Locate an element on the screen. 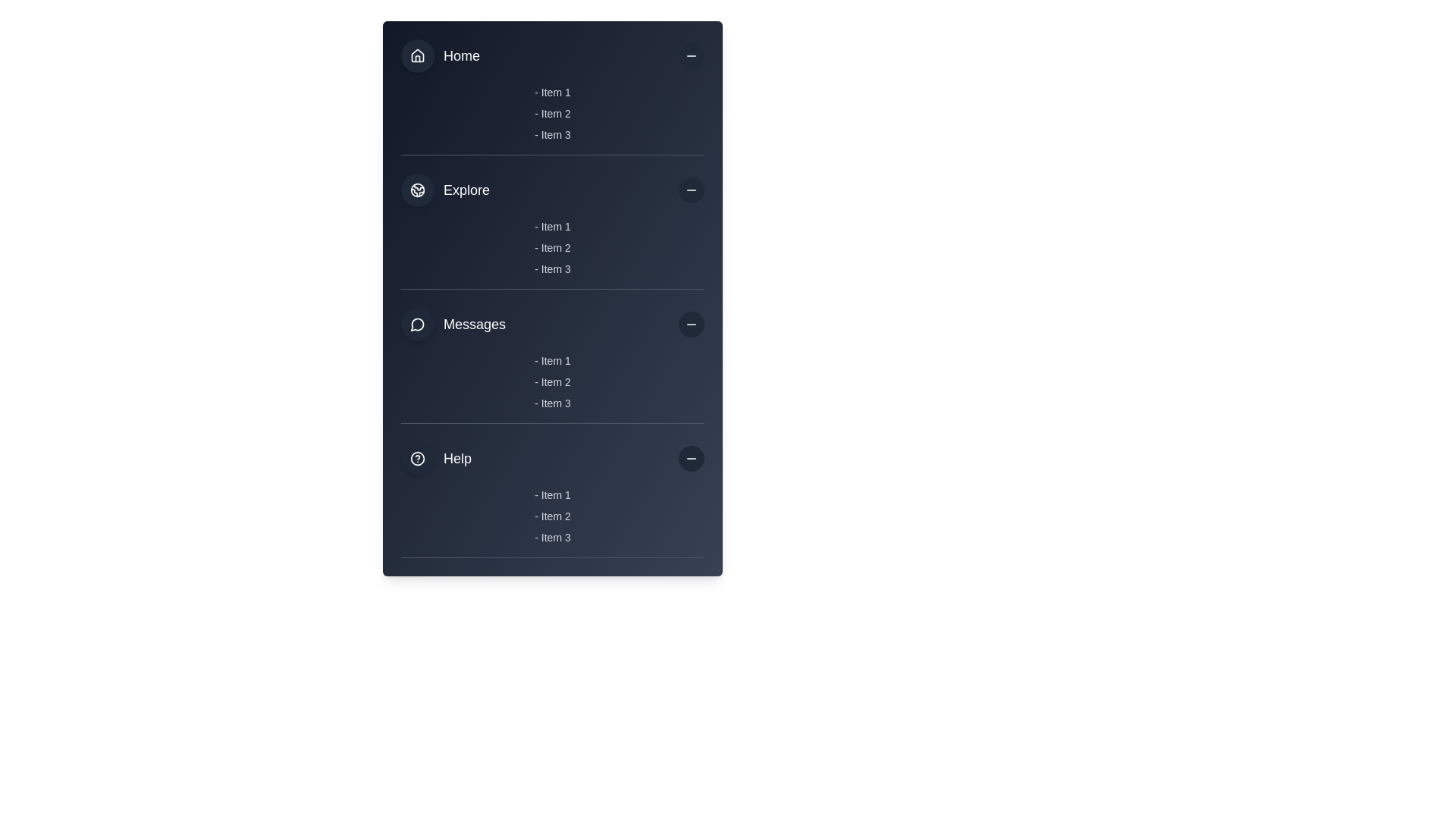 The image size is (1456, 819). the 'Explore' menu item located in the sidebar navigation menu, which features a globe-like icon and is positioned below the 'Home' menu item is located at coordinates (444, 189).